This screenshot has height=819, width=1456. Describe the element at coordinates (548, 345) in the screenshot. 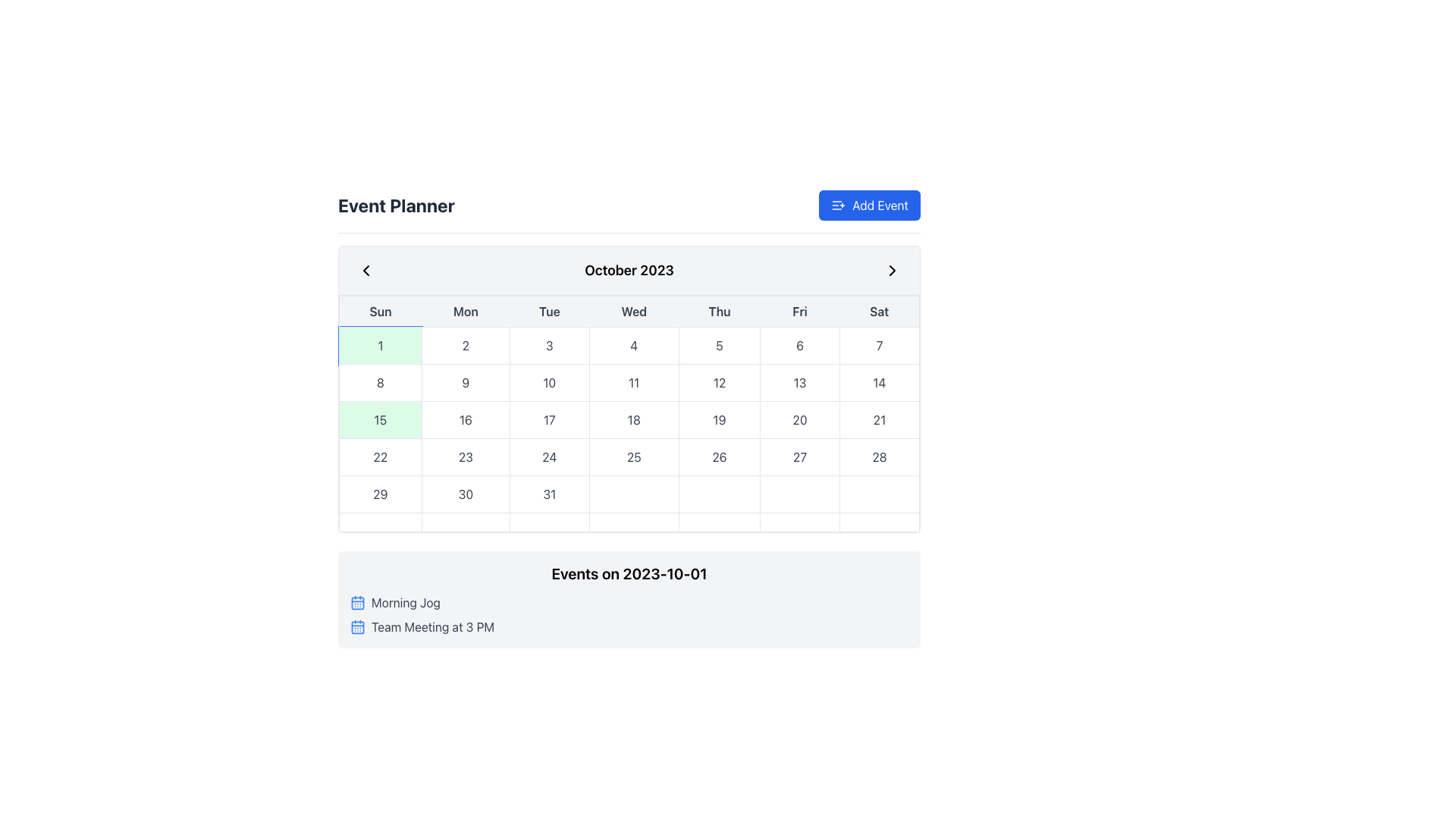

I see `the button-like text element representing the date '3' in the calendar` at that location.